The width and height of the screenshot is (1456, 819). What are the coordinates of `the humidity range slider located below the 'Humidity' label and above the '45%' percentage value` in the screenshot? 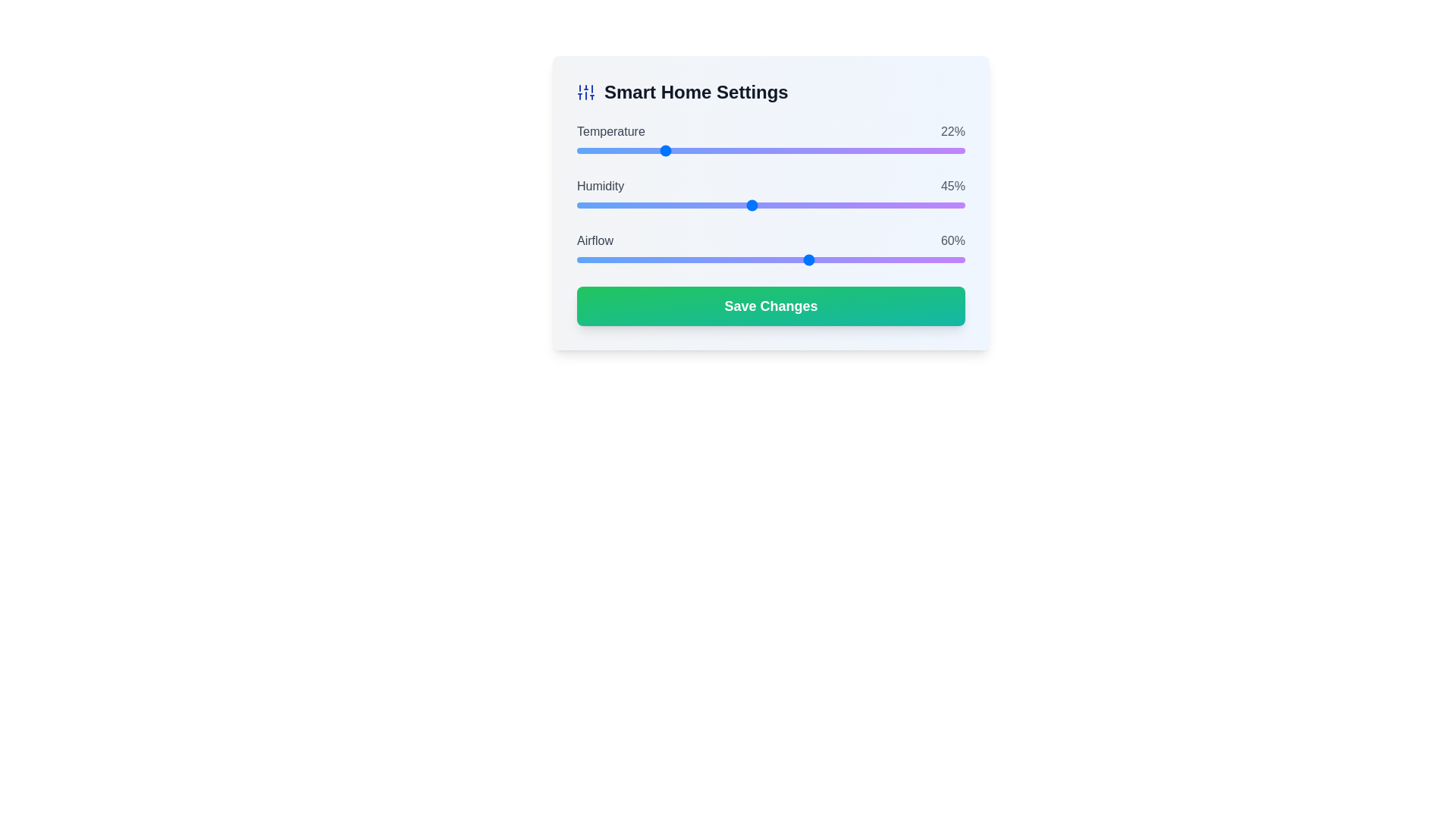 It's located at (771, 205).